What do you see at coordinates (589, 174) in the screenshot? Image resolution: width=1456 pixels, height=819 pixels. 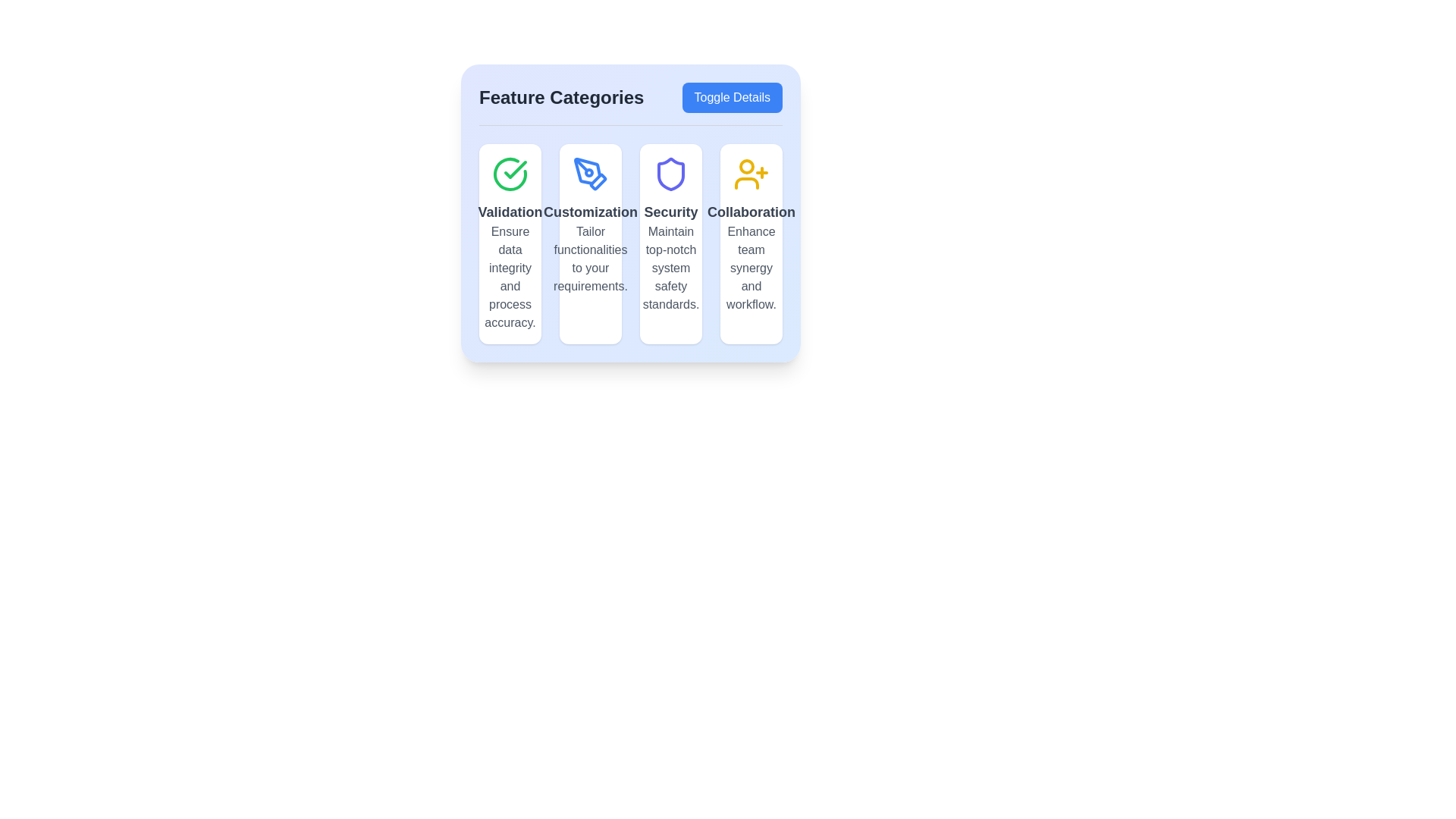 I see `the blue pen tool icon located at the top-center of the 'Customization' card` at bounding box center [589, 174].